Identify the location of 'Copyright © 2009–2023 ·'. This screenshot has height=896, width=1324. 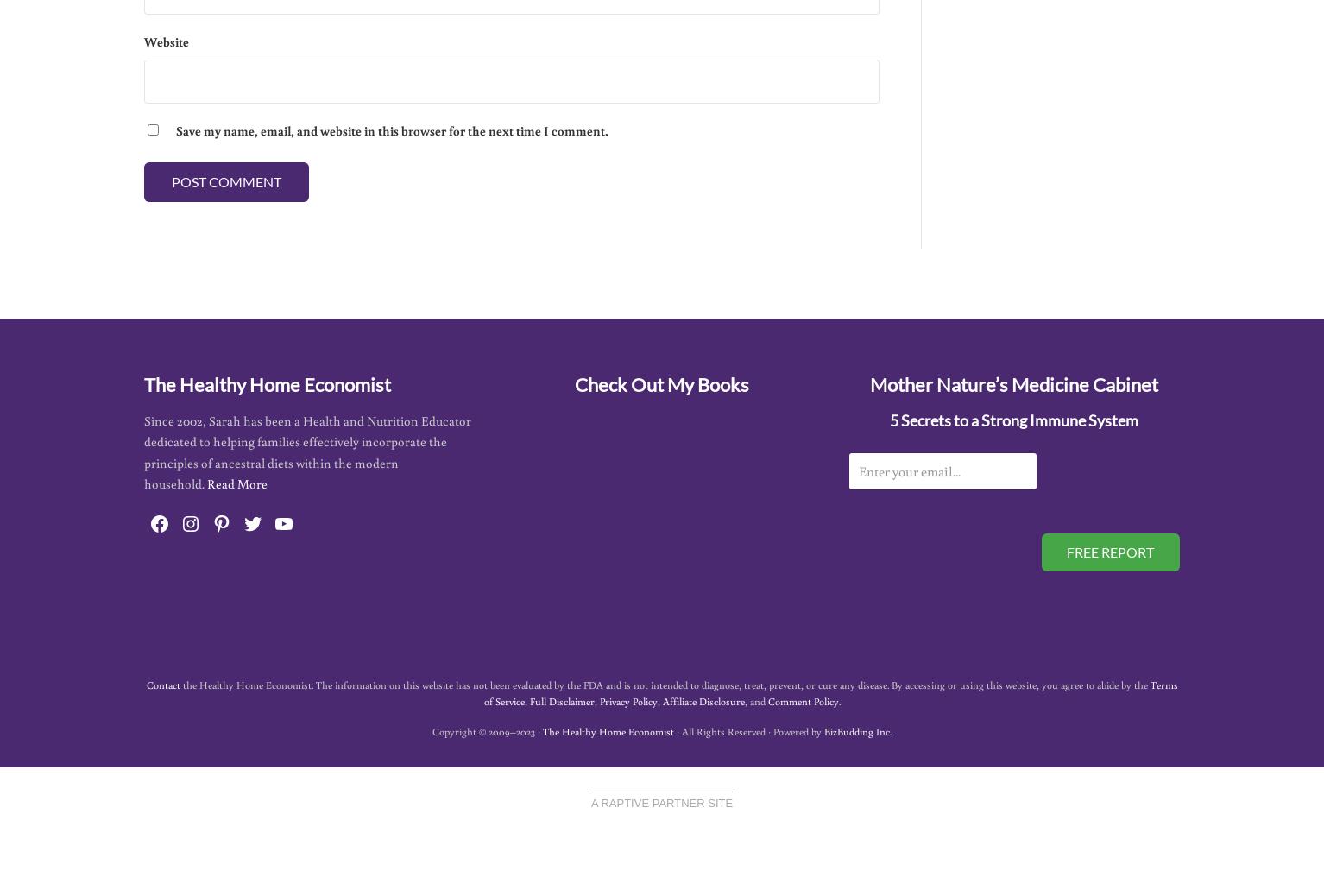
(487, 730).